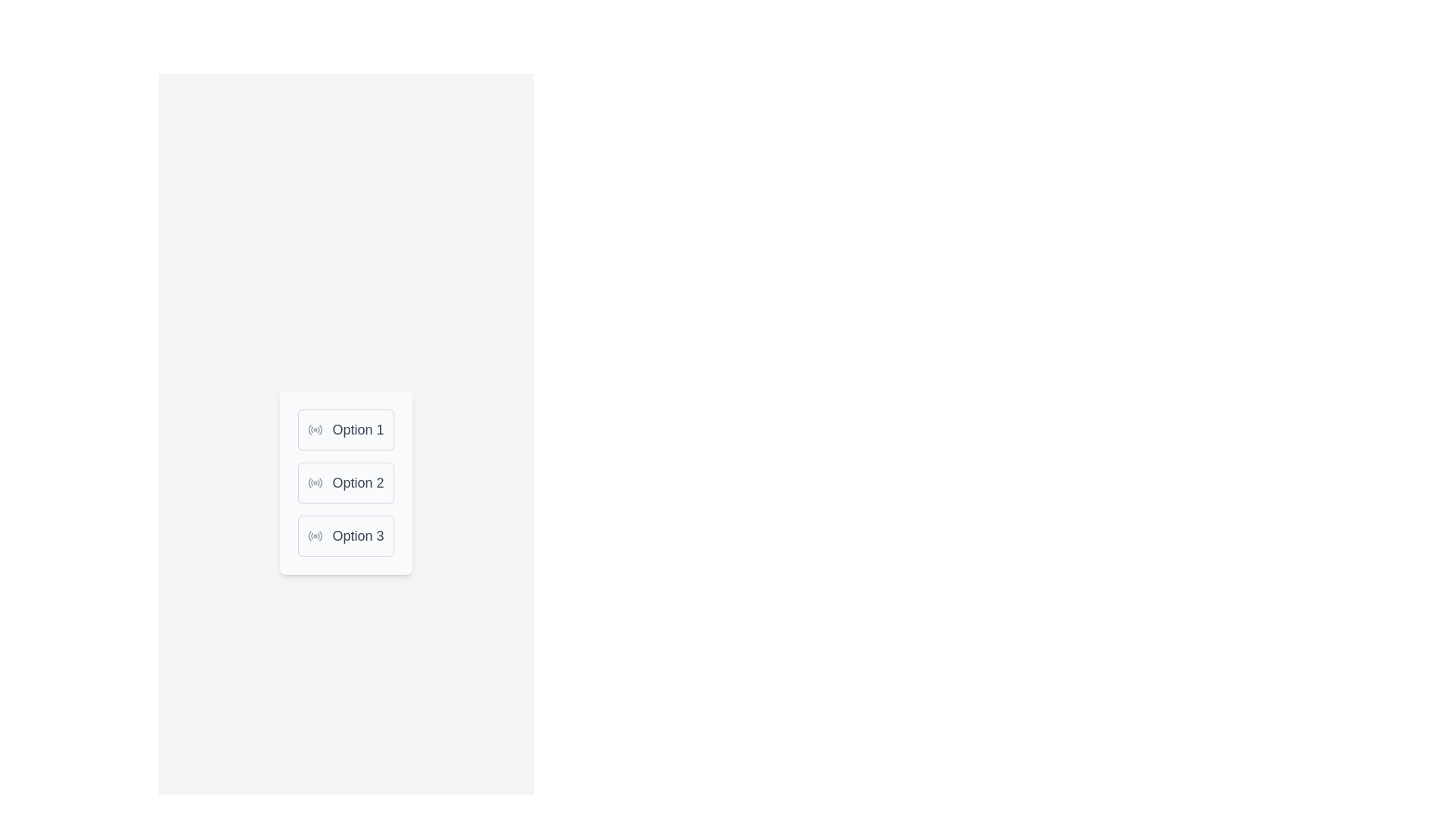  What do you see at coordinates (309, 430) in the screenshot?
I see `the innermost arc of the concentric arcs icon located to the left of the text 'Option 1' in the list item component` at bounding box center [309, 430].